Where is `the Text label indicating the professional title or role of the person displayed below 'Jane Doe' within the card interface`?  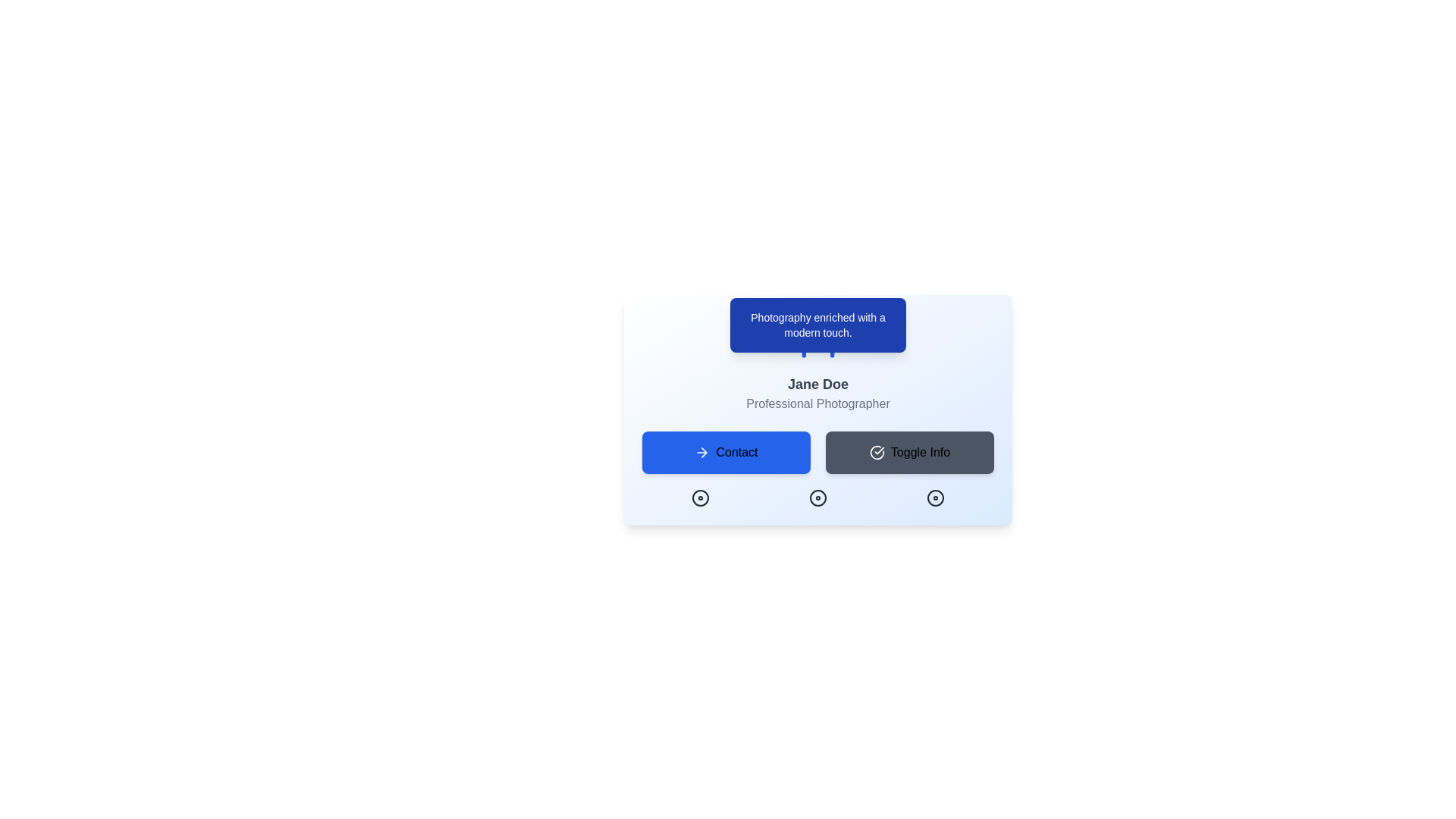
the Text label indicating the professional title or role of the person displayed below 'Jane Doe' within the card interface is located at coordinates (817, 403).